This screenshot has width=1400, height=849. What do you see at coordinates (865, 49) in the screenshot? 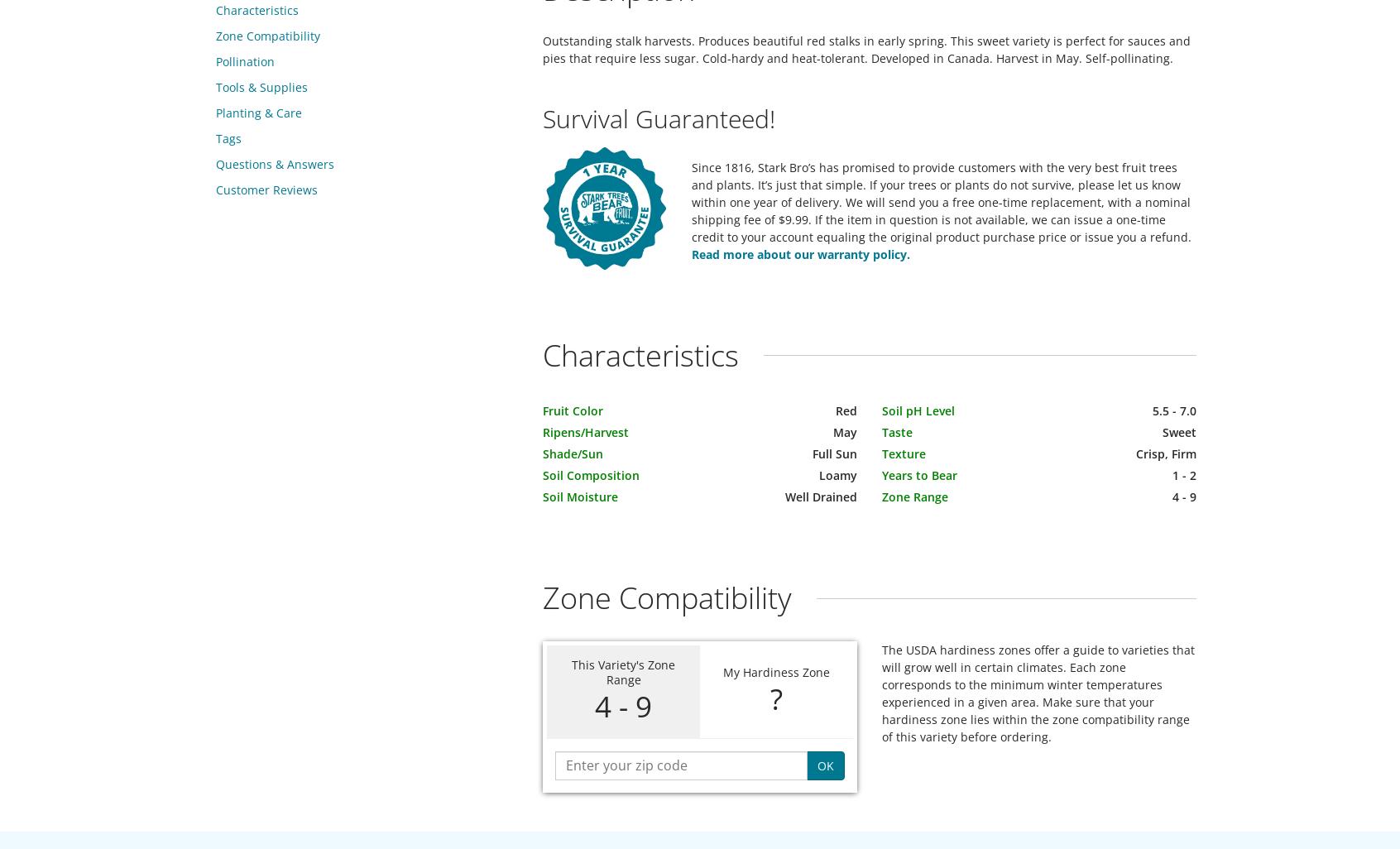
I see `'Outstanding stalk harvests. Produces beautiful red stalks in early spring. This sweet variety is perfect for sauces and pies that require less sugar. Cold-hardy and heat-tolerant. Developed in Canada. Harvest in May. Self-pollinating.'` at bounding box center [865, 49].